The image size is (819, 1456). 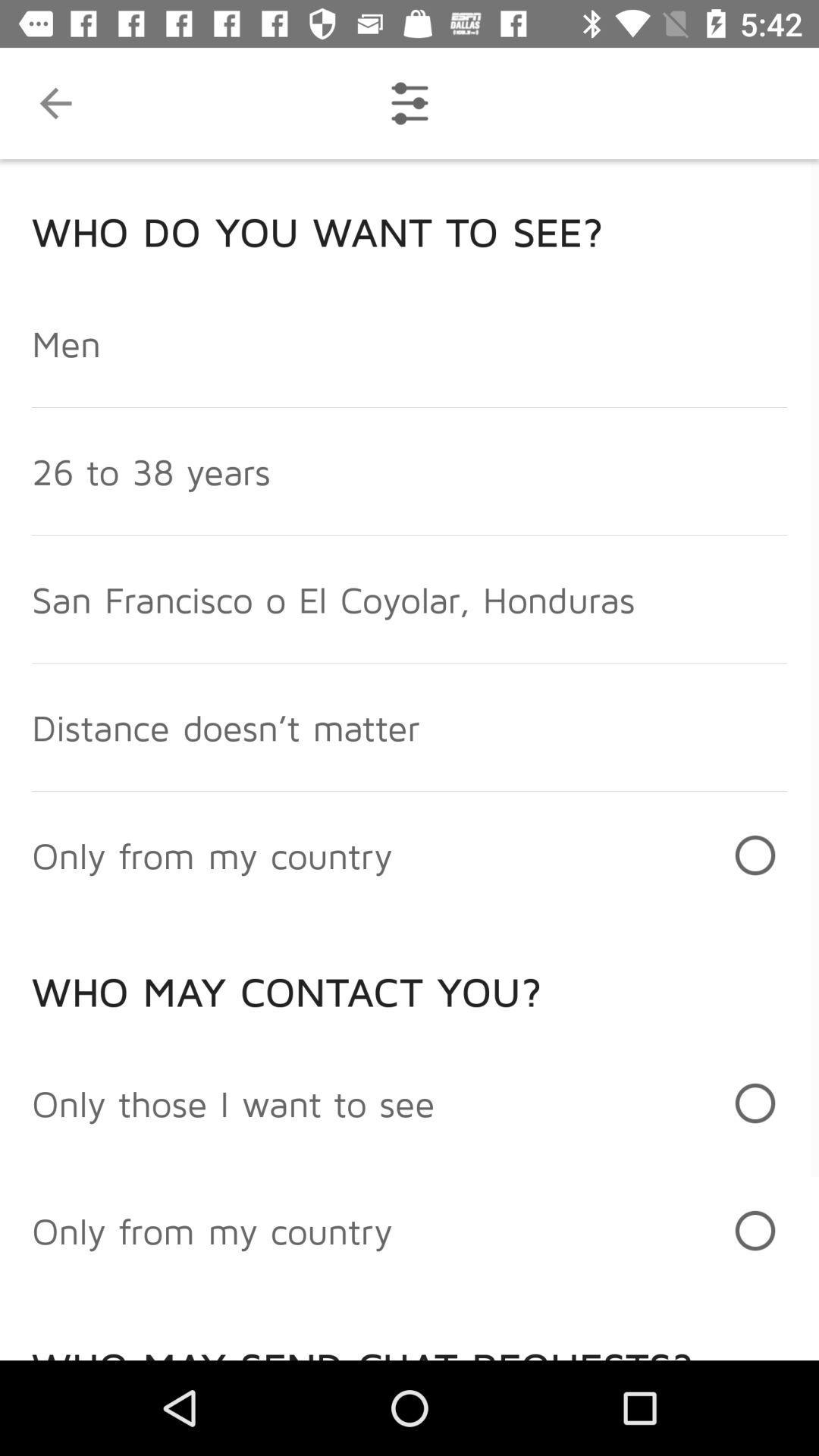 I want to click on the item above who do you item, so click(x=55, y=102).